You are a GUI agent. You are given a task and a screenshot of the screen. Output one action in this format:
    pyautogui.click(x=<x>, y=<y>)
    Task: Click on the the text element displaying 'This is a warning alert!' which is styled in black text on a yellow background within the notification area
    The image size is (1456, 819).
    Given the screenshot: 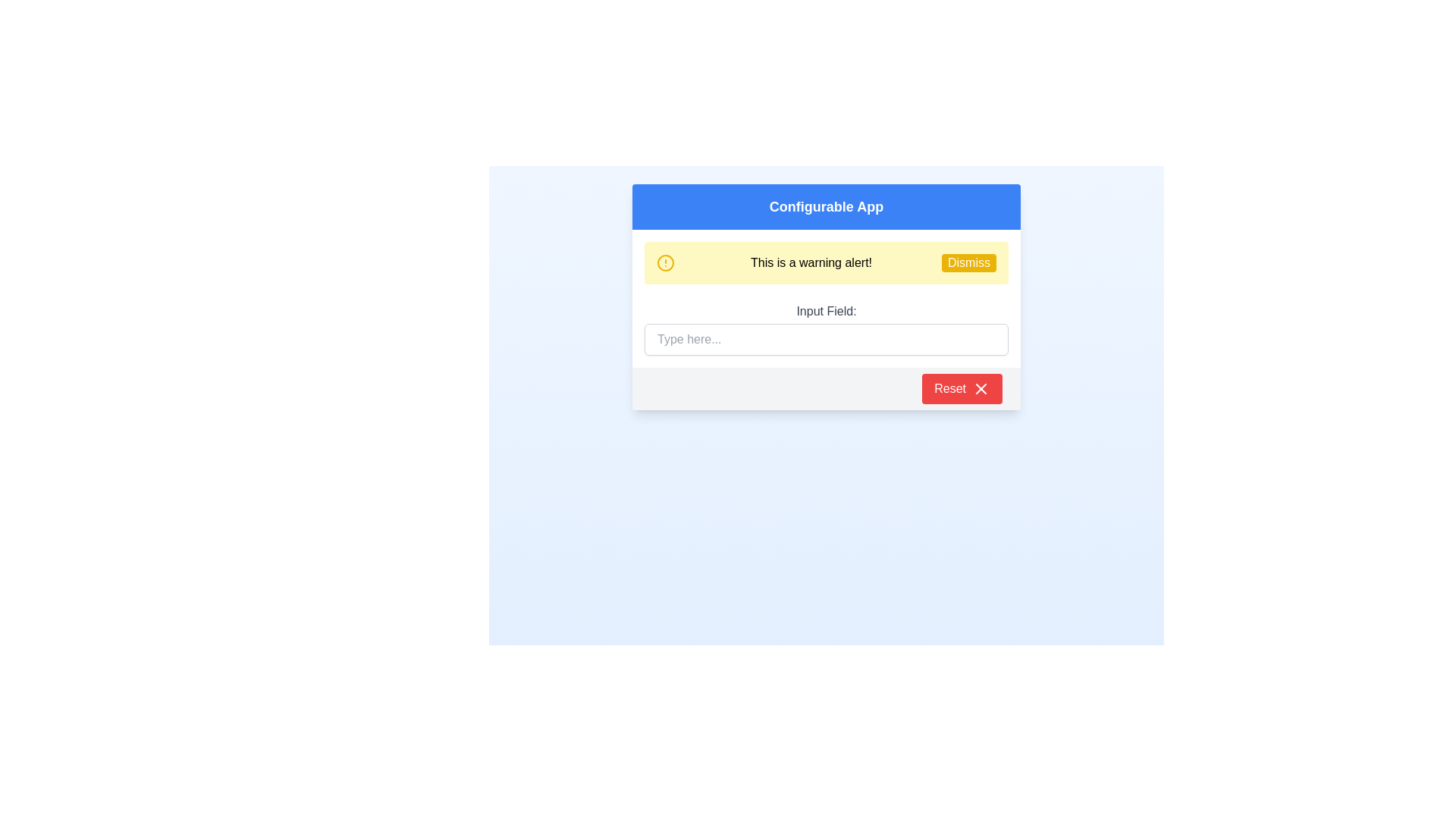 What is the action you would take?
    pyautogui.click(x=811, y=262)
    